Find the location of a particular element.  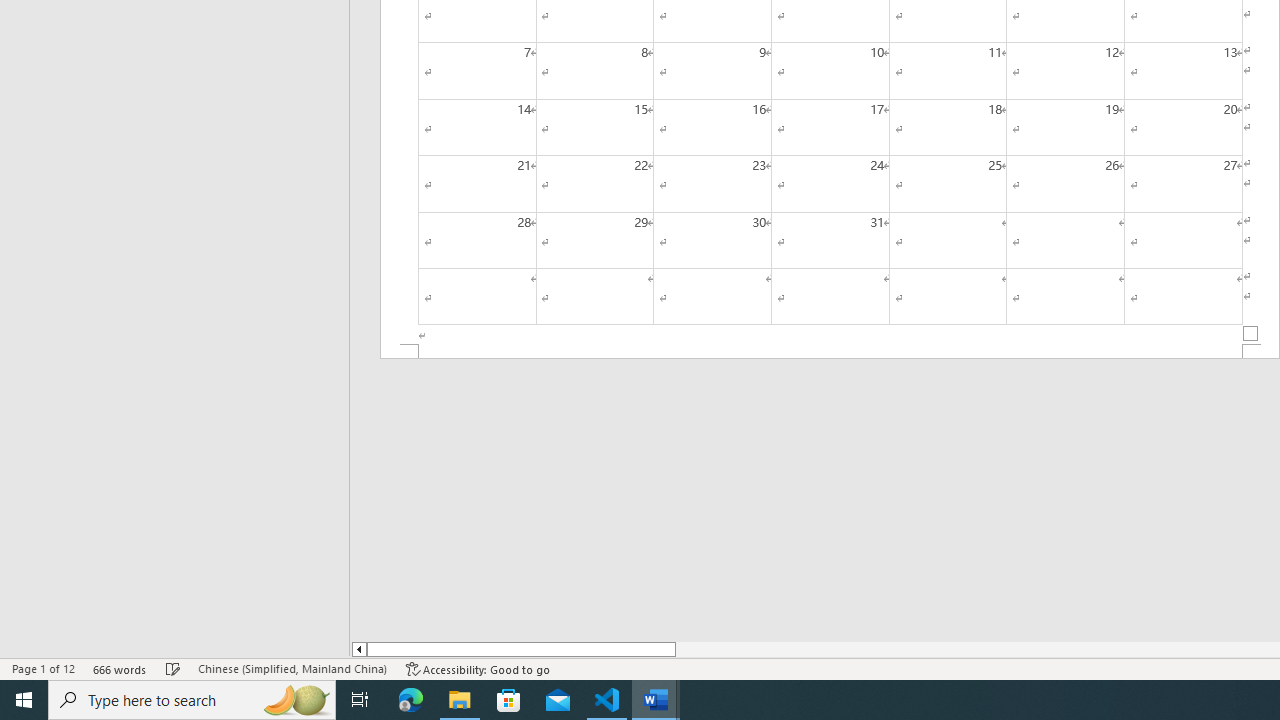

'Accessibility Checker Accessibility: Good to go' is located at coordinates (477, 669).